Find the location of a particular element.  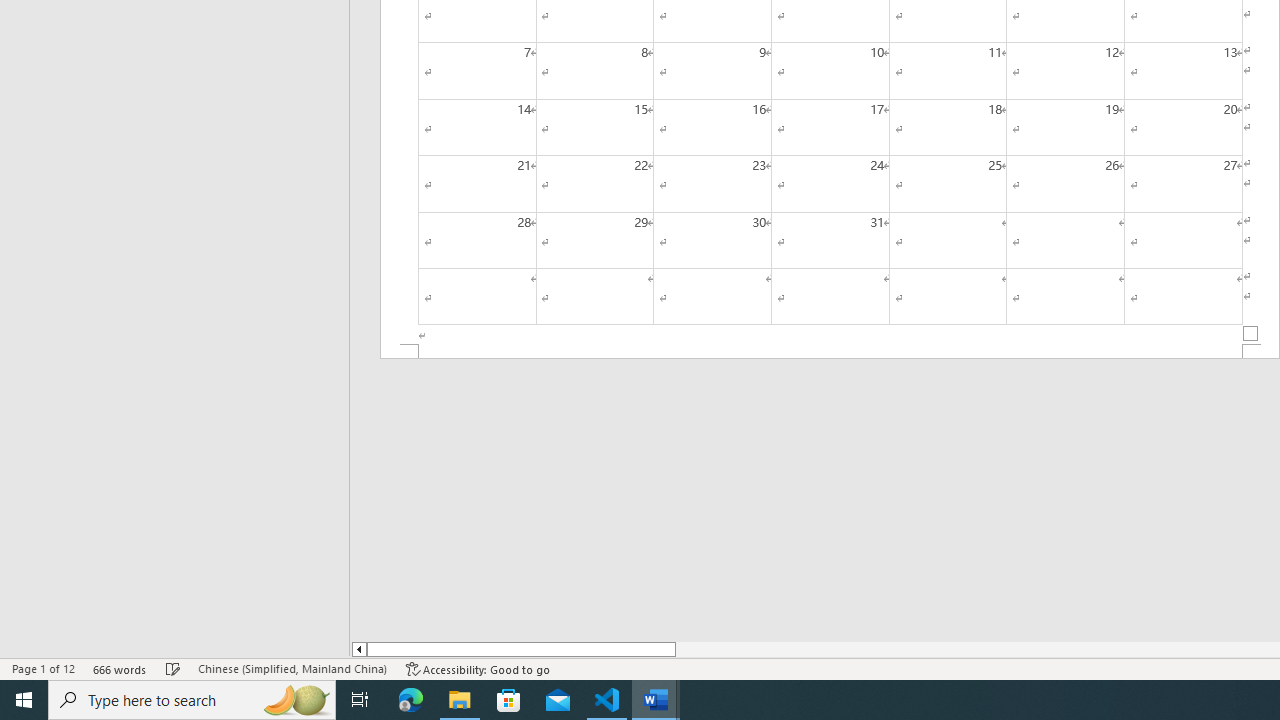

'Accessibility Checker Accessibility: Good to go' is located at coordinates (477, 669).